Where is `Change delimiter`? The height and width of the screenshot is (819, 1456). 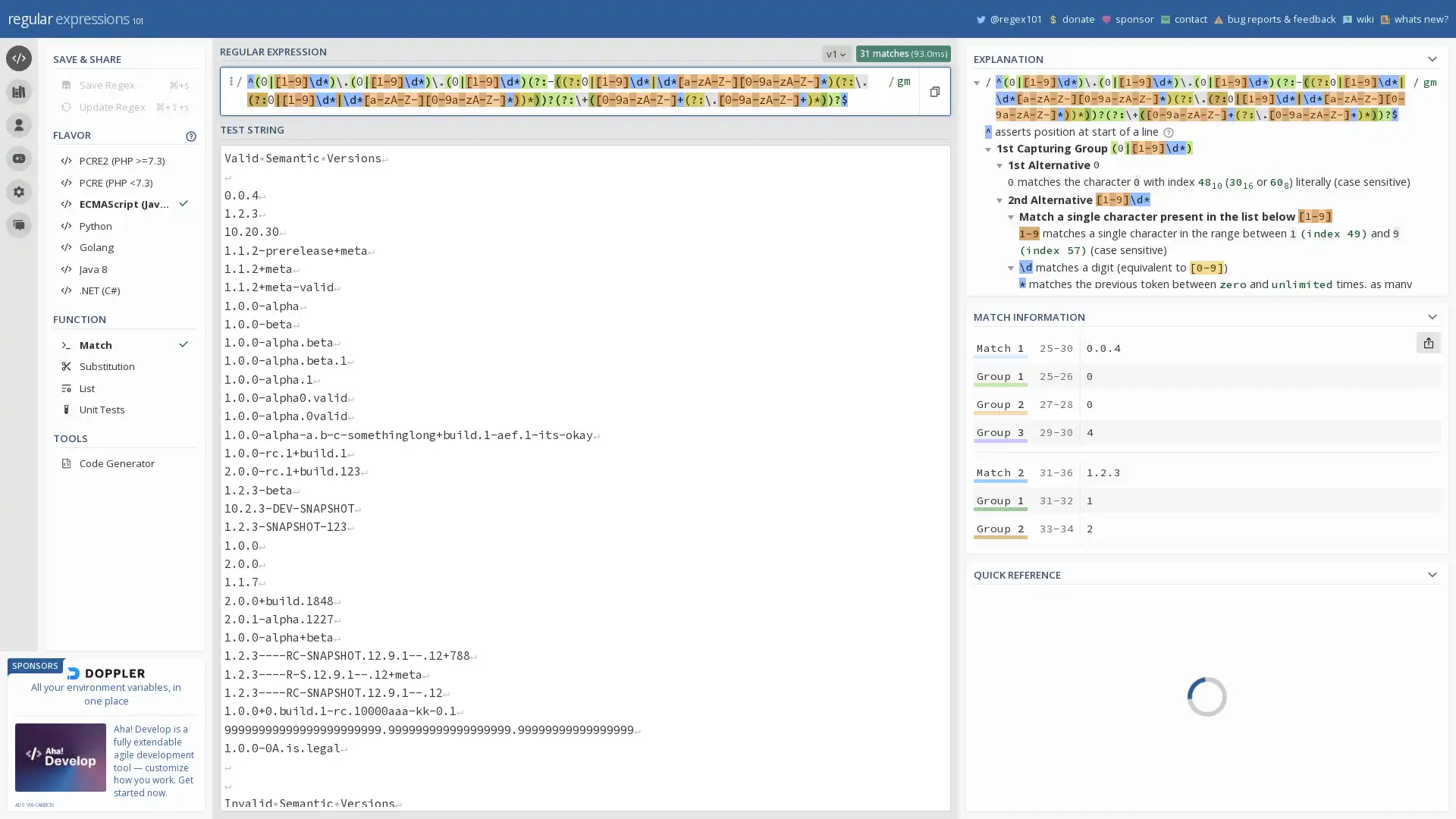
Change delimiter is located at coordinates (232, 91).